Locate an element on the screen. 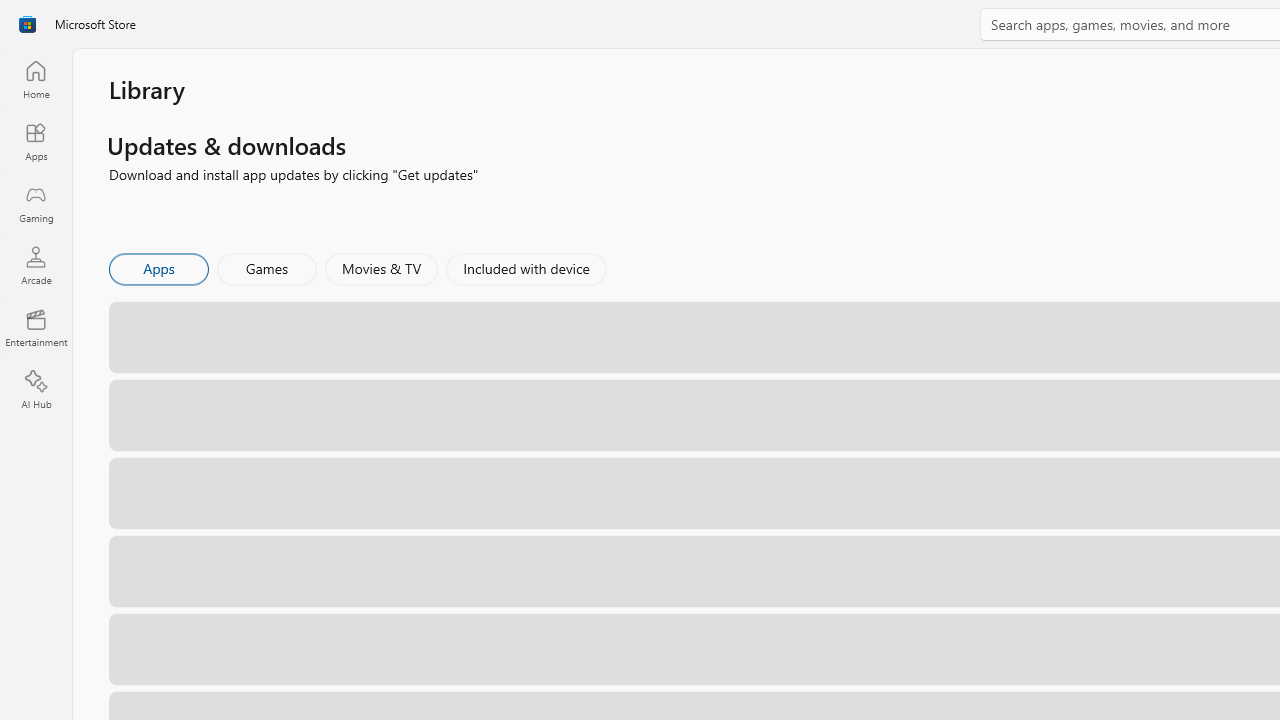 Image resolution: width=1280 pixels, height=720 pixels. 'AI Hub' is located at coordinates (35, 390).